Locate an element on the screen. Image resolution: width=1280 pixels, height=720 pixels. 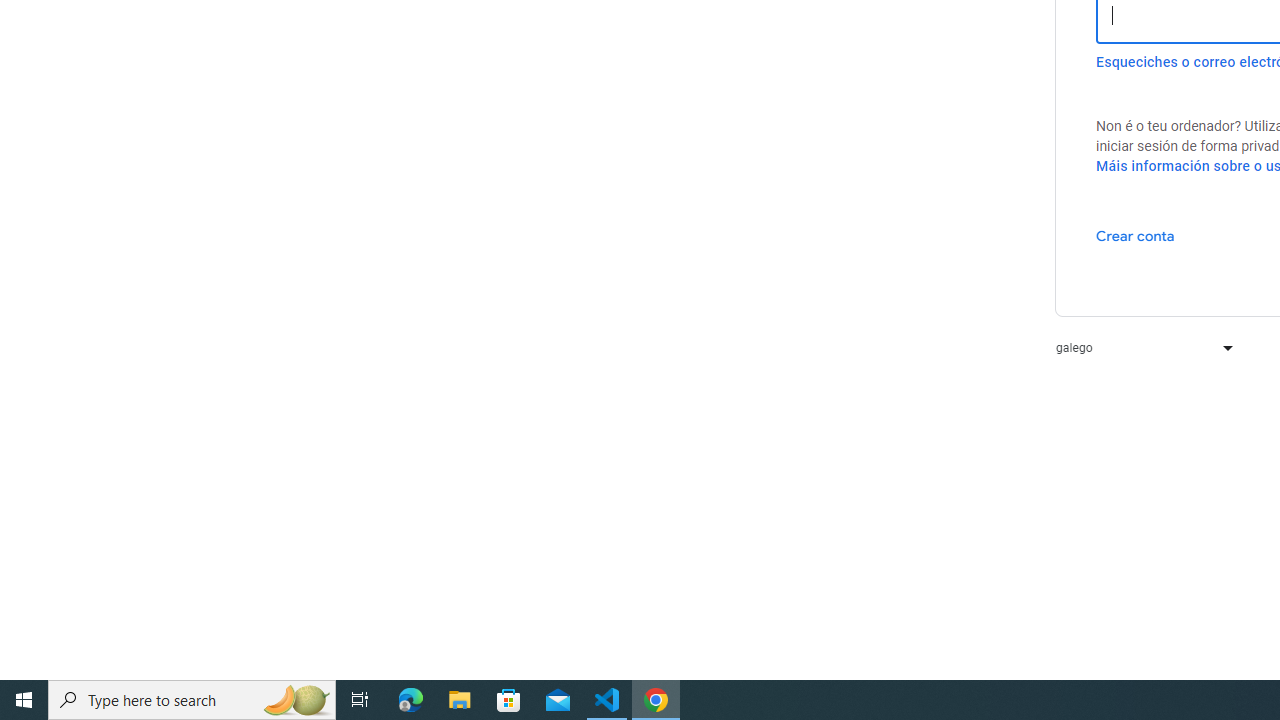
'Crear conta' is located at coordinates (1135, 234).